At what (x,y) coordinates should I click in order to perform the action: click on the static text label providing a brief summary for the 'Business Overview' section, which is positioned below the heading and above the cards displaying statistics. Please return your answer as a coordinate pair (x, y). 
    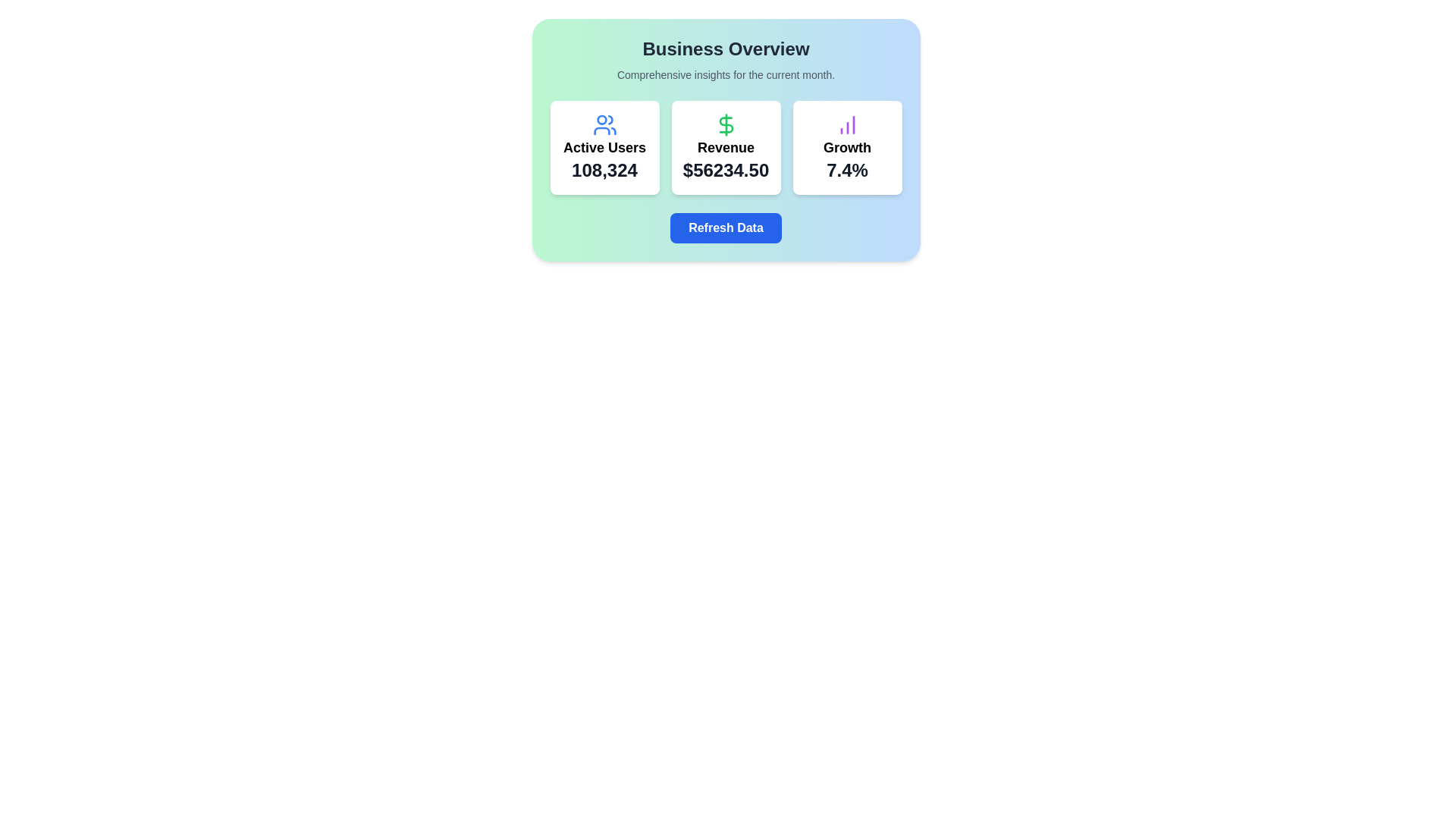
    Looking at the image, I should click on (725, 75).